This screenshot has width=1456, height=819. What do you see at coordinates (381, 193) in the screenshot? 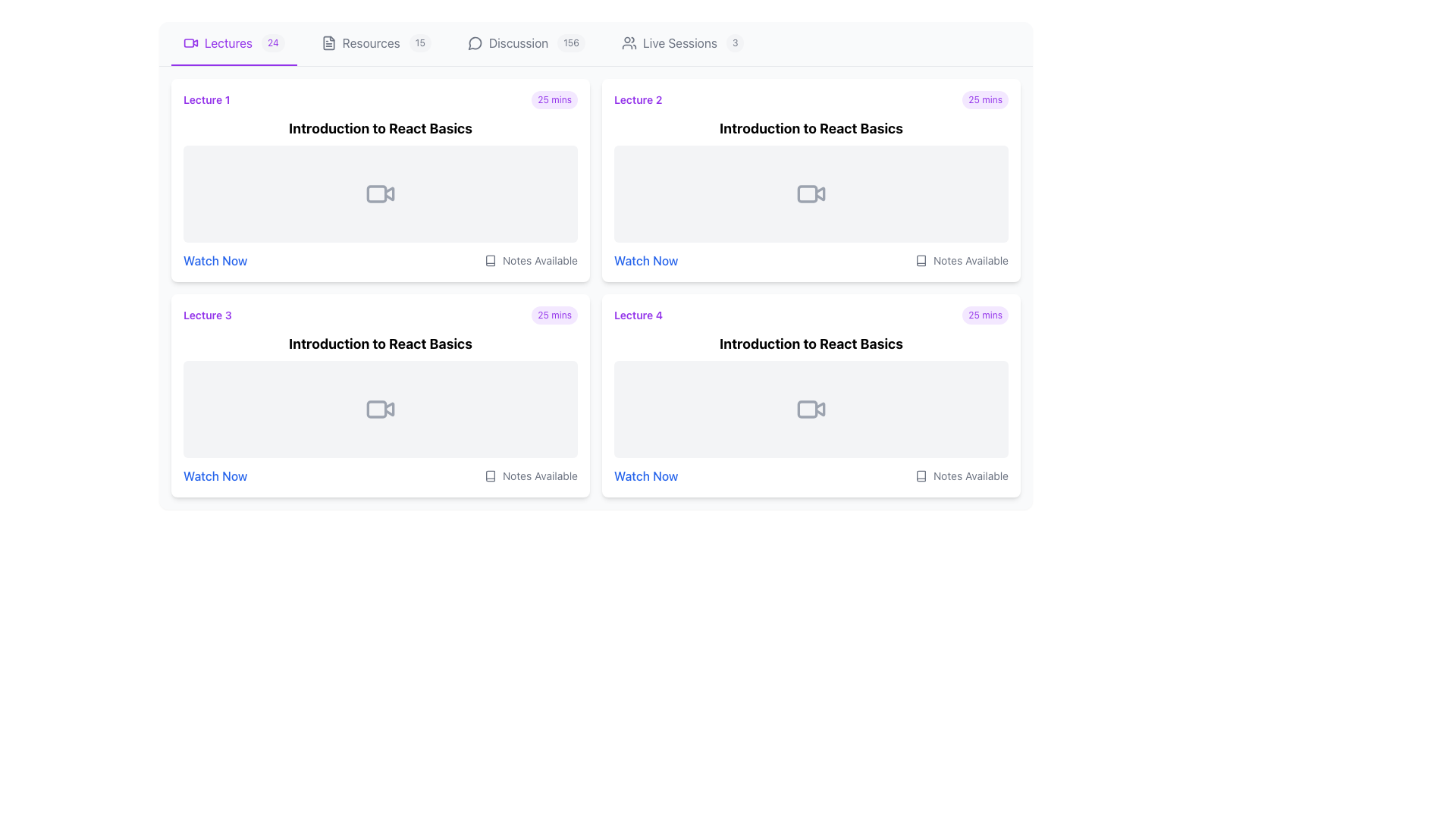
I see `the video lecture icon located in the top-left card of the grid, which is visually centered within the card and positioned above the 'Watch Now' text link to interact with the associated content` at bounding box center [381, 193].